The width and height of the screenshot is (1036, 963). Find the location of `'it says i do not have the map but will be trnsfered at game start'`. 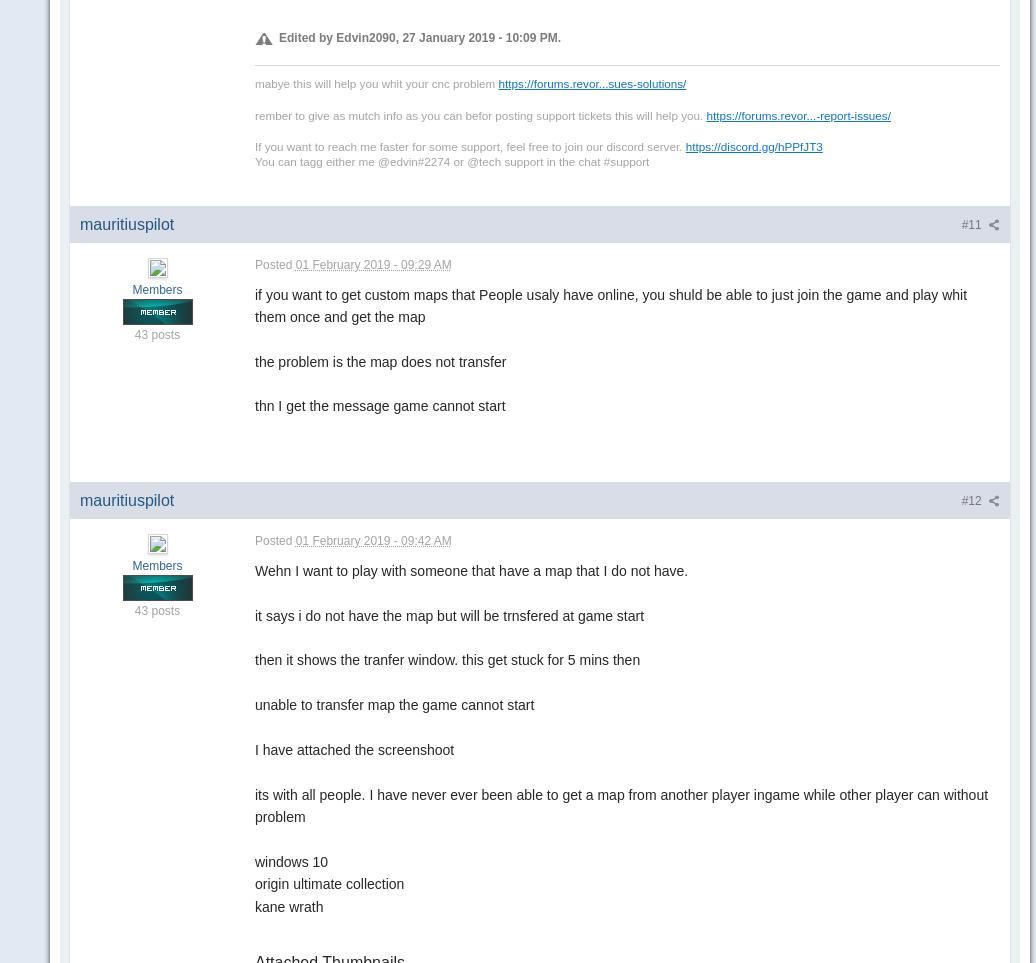

'it says i do not have the map but will be trnsfered at game start' is located at coordinates (449, 613).